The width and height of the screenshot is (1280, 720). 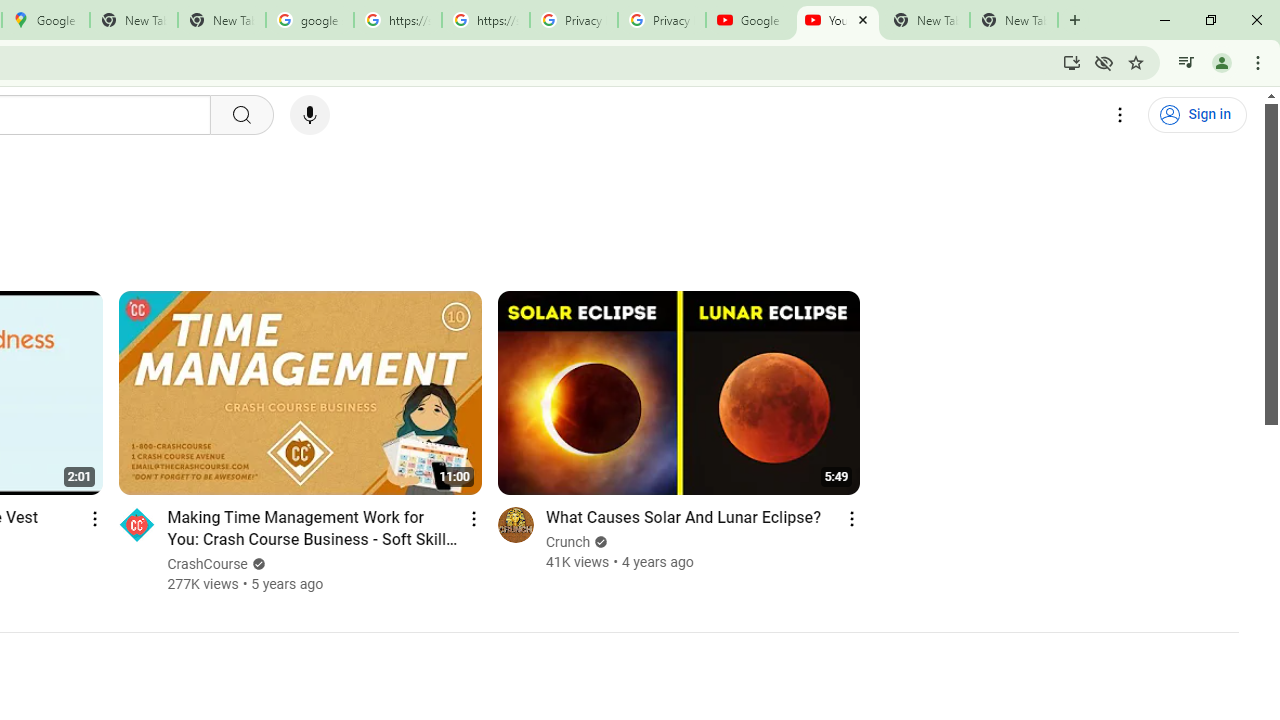 What do you see at coordinates (308, 115) in the screenshot?
I see `'Search with your voice'` at bounding box center [308, 115].